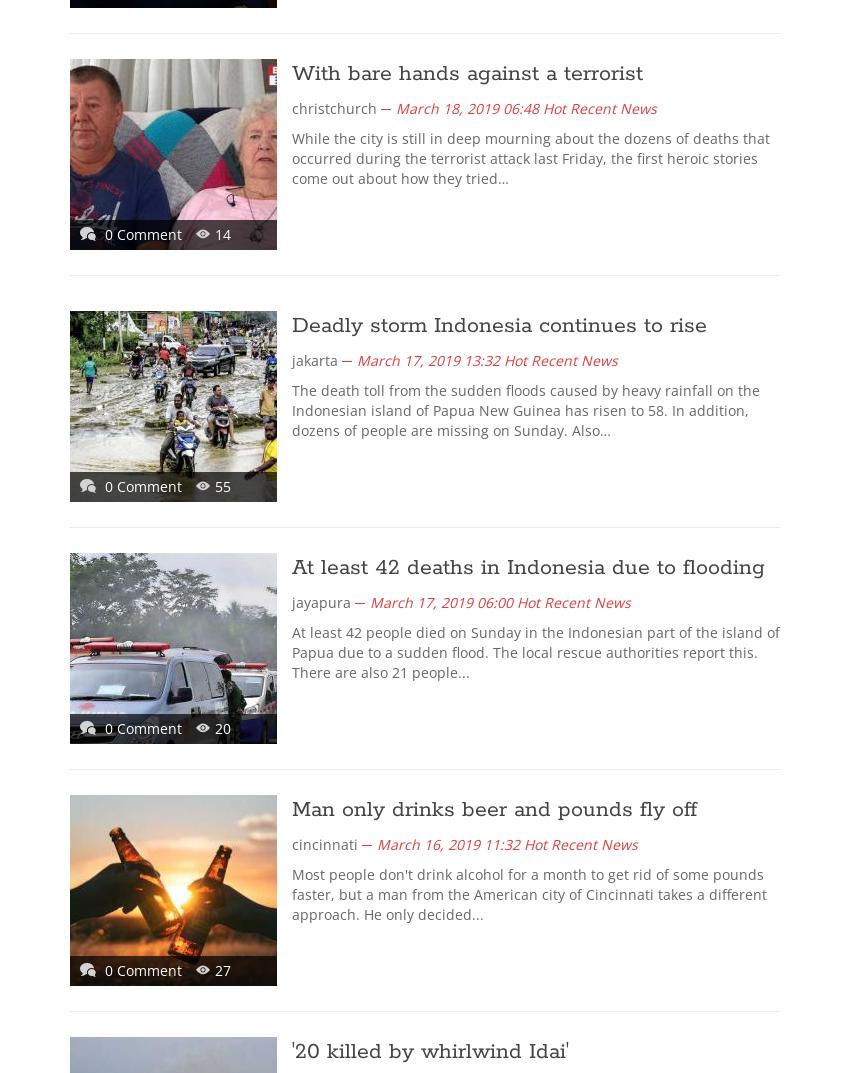 This screenshot has height=1073, width=850. I want to click on 'March 18, 2019 06:48', so click(466, 108).